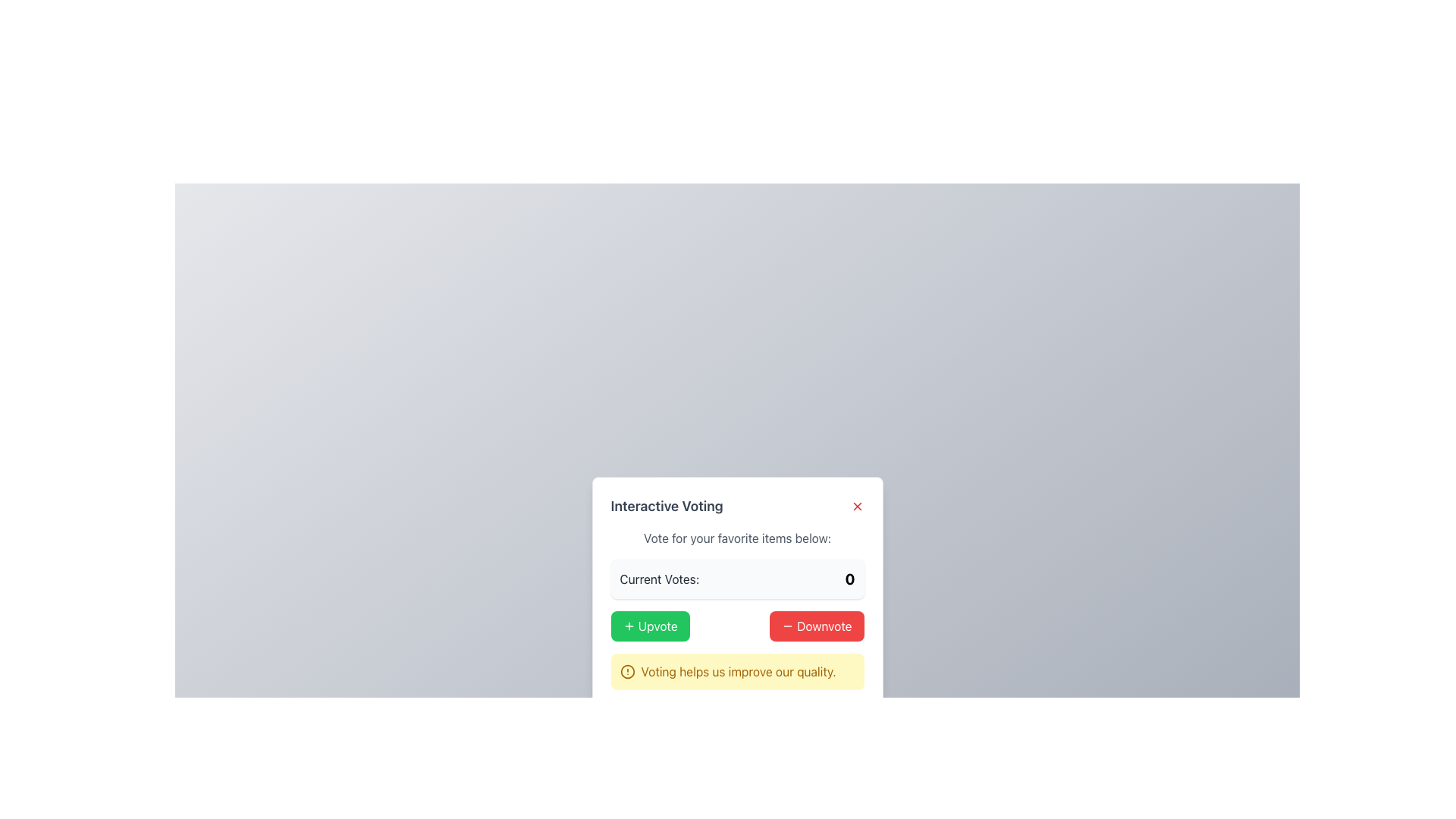 Image resolution: width=1456 pixels, height=819 pixels. Describe the element at coordinates (650, 626) in the screenshot. I see `the '+ Upvote' button with a green background and white text for keyboard navigation, located in the 'Interactive Voting' section of the modal interface` at that location.